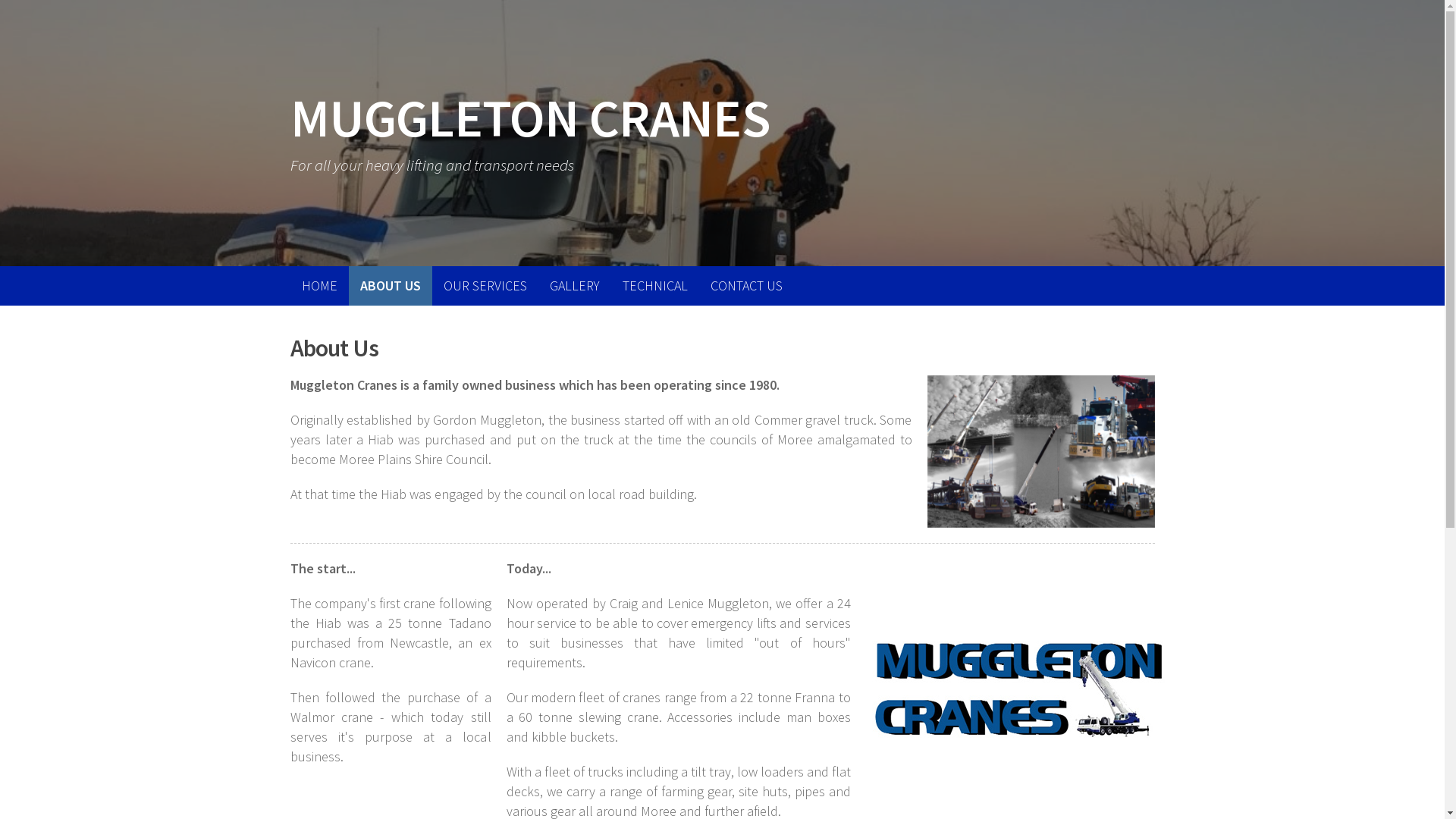  I want to click on 'ABOUT US', so click(390, 286).